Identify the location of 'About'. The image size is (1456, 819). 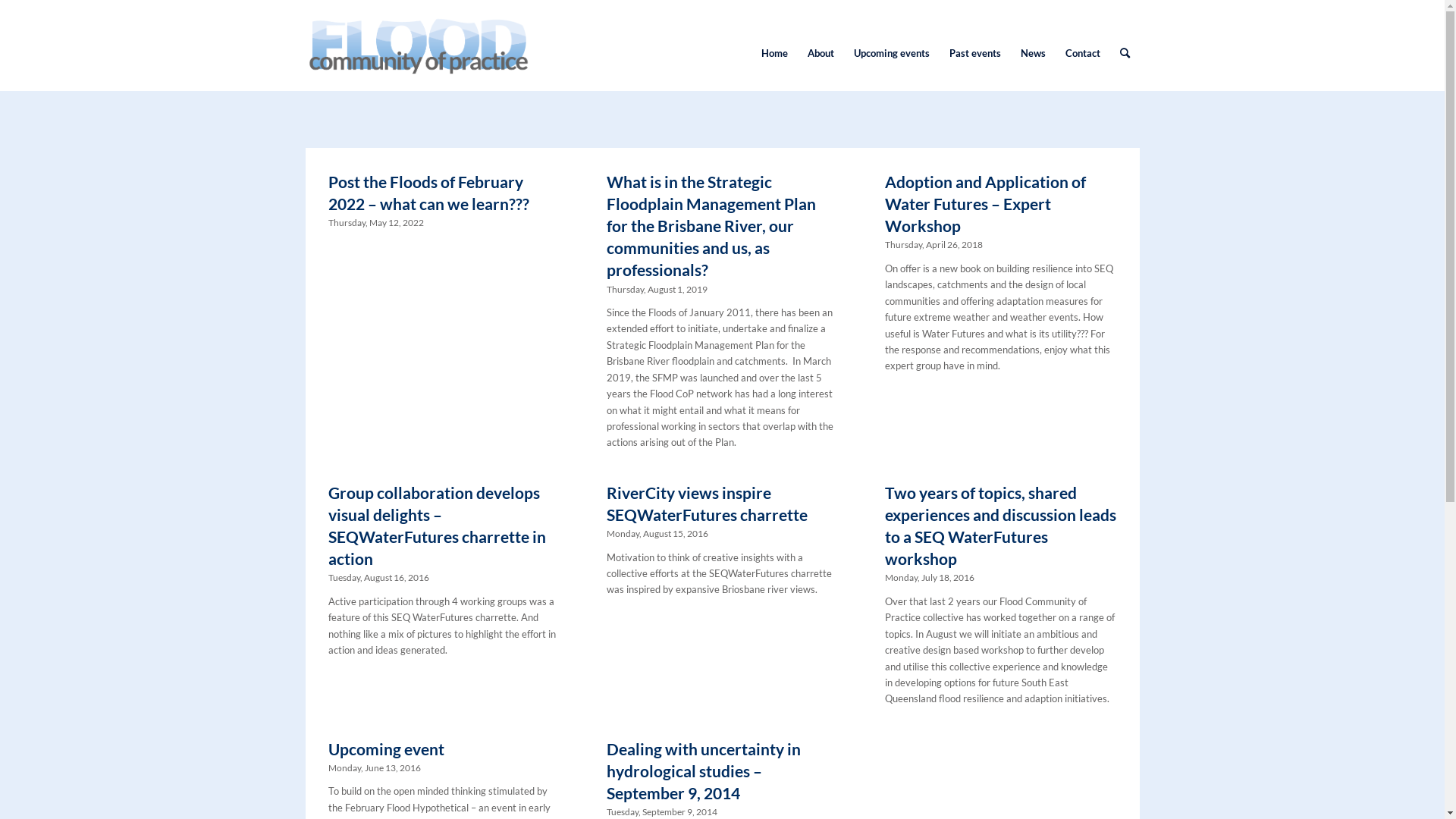
(820, 52).